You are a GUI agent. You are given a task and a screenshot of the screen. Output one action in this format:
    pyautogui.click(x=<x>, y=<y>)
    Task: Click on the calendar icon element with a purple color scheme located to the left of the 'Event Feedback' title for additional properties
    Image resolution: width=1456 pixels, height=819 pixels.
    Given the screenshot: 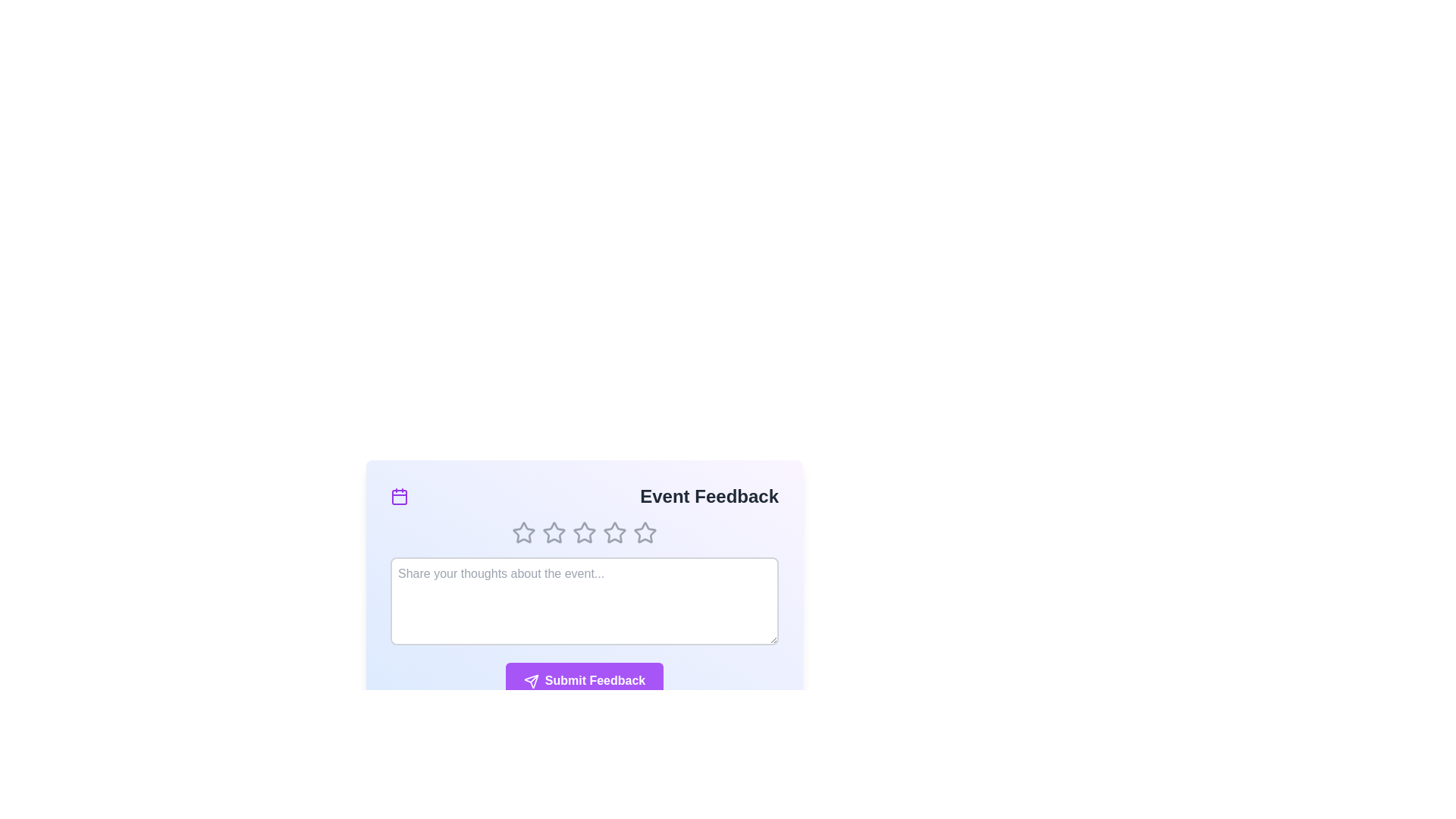 What is the action you would take?
    pyautogui.click(x=400, y=497)
    